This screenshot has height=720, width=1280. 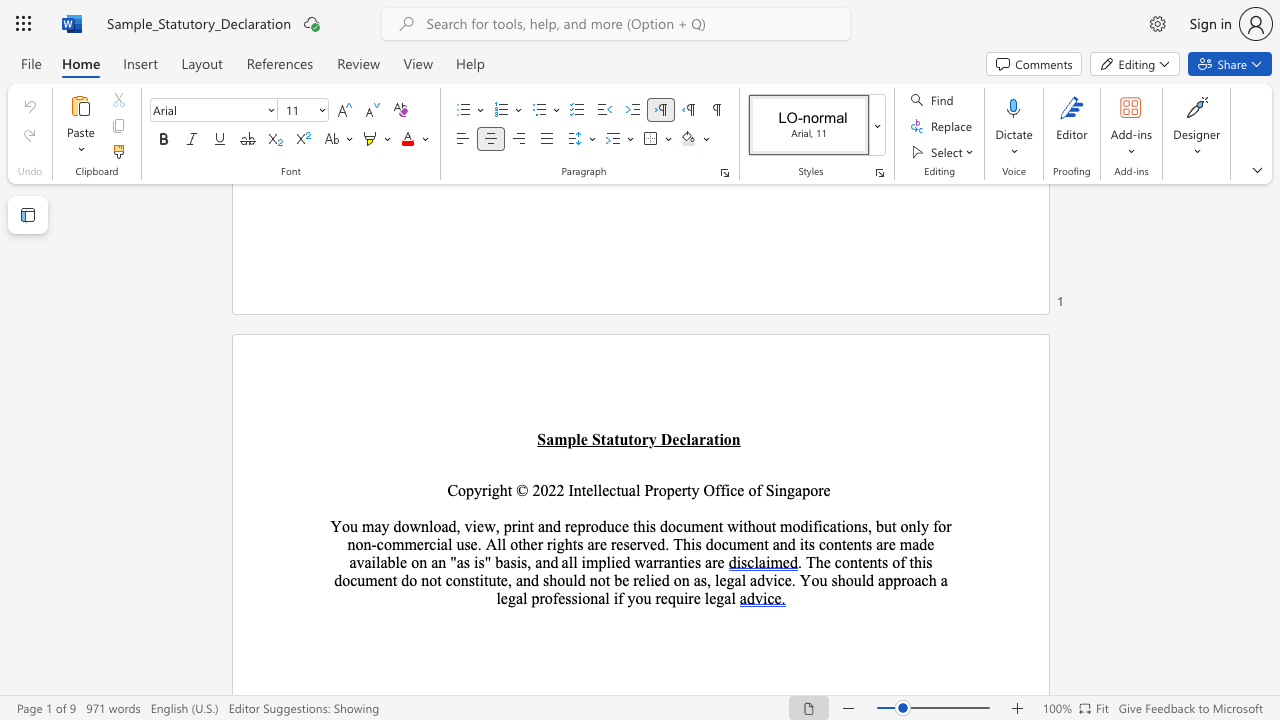 I want to click on the subset text "as, legal advice." within the text ", and should not be relied on as, legal advice. You should approach a legal professional if you", so click(x=693, y=580).